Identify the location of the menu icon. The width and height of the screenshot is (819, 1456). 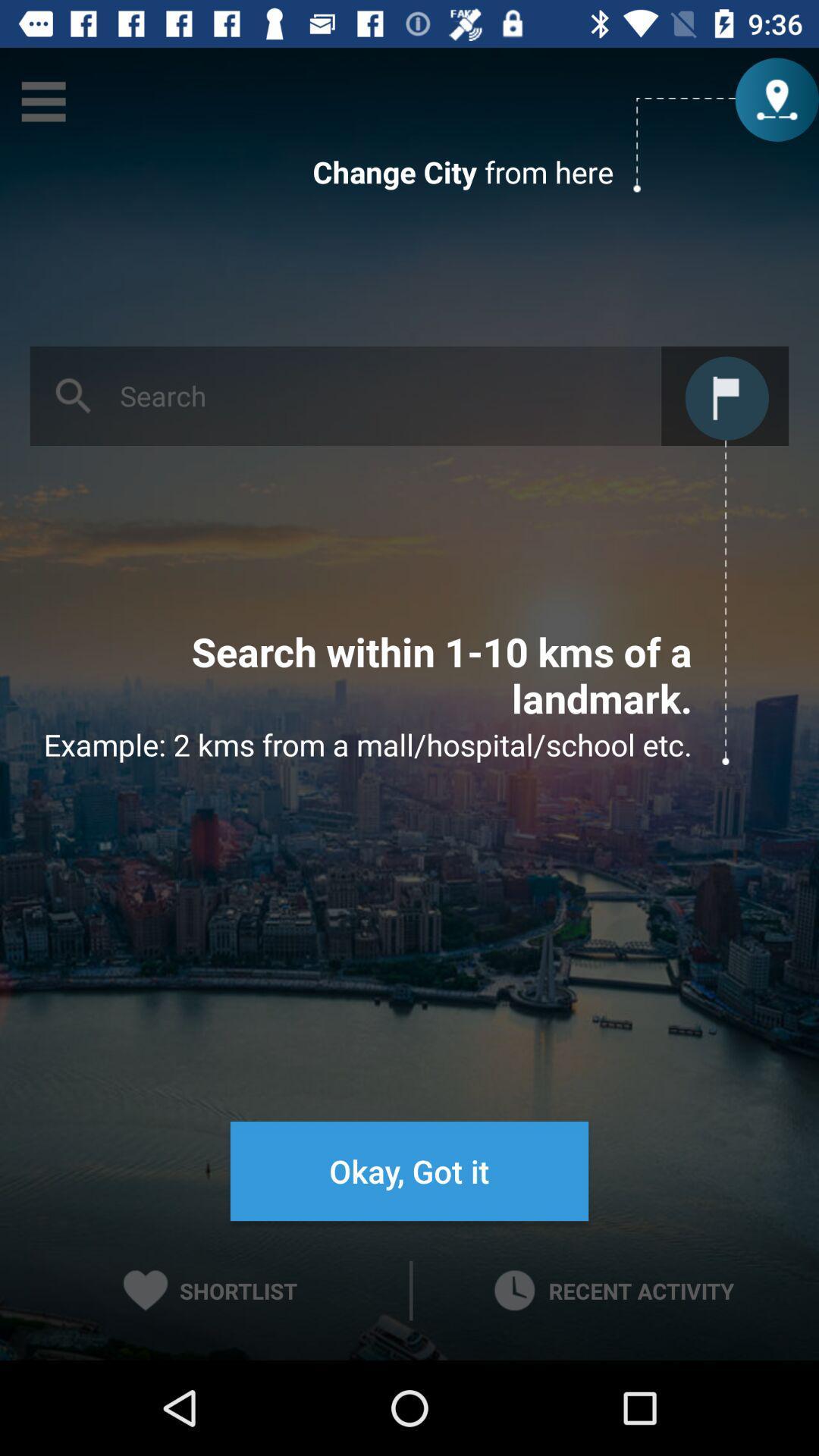
(42, 101).